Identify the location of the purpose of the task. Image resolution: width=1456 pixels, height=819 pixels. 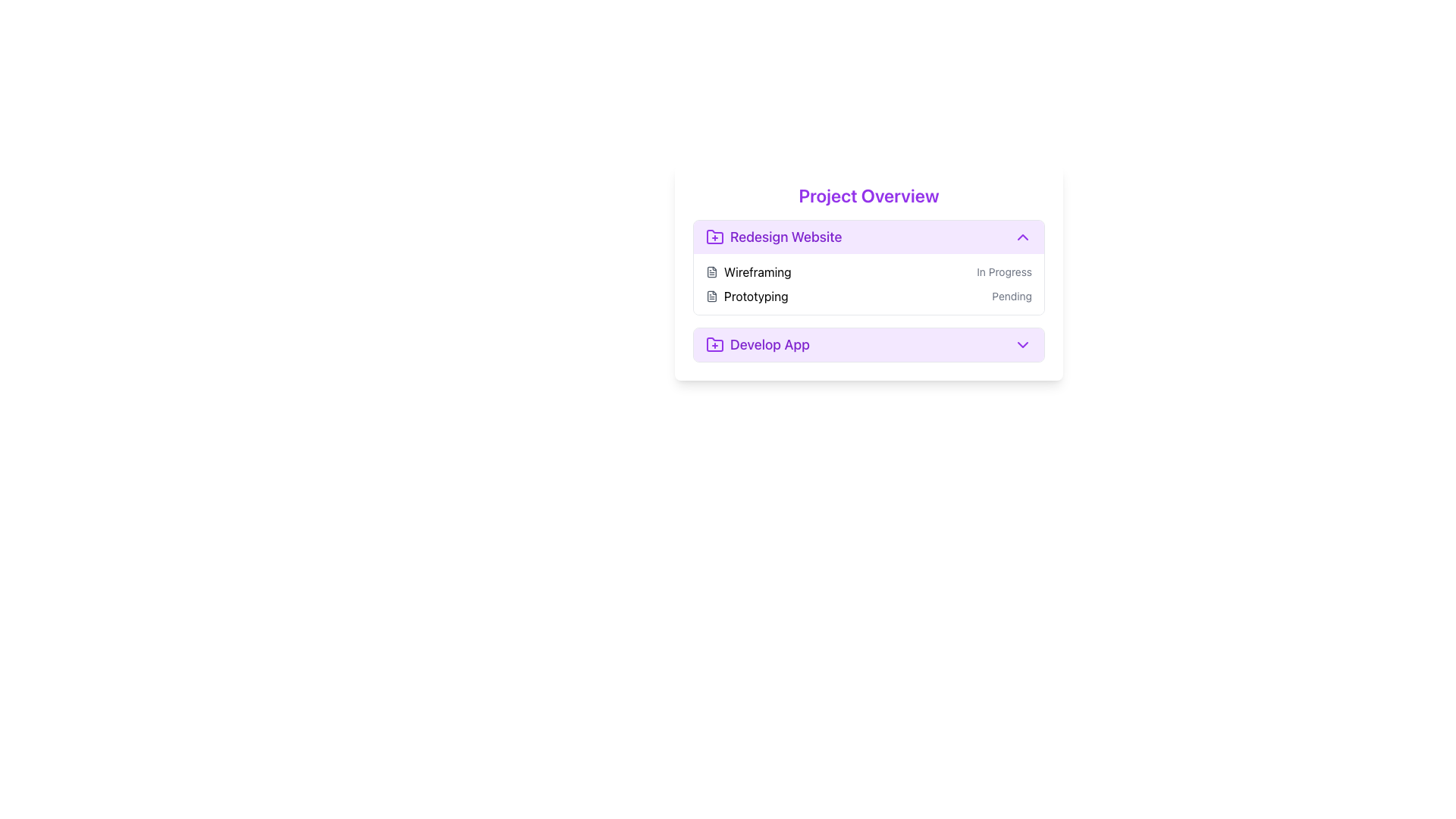
(711, 271).